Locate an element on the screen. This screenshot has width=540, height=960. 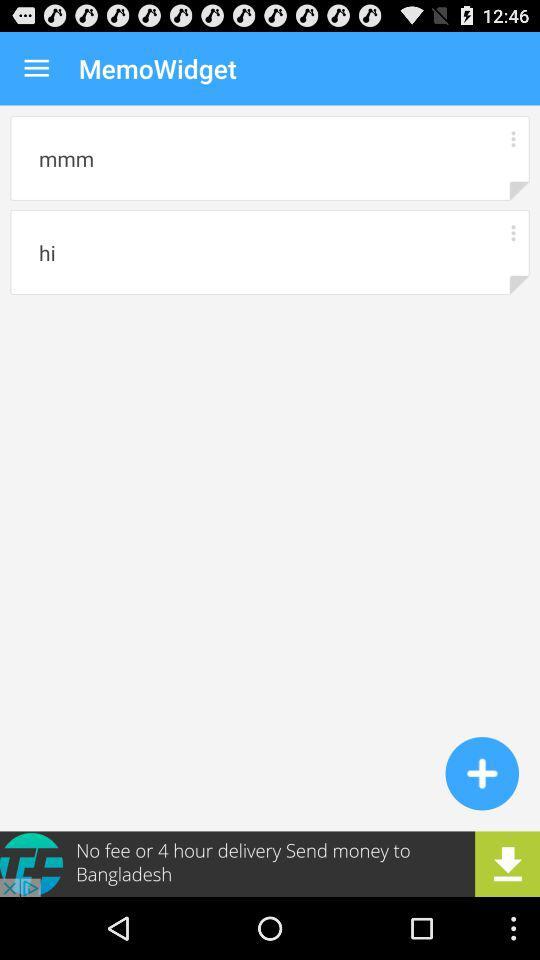
apps is located at coordinates (513, 137).